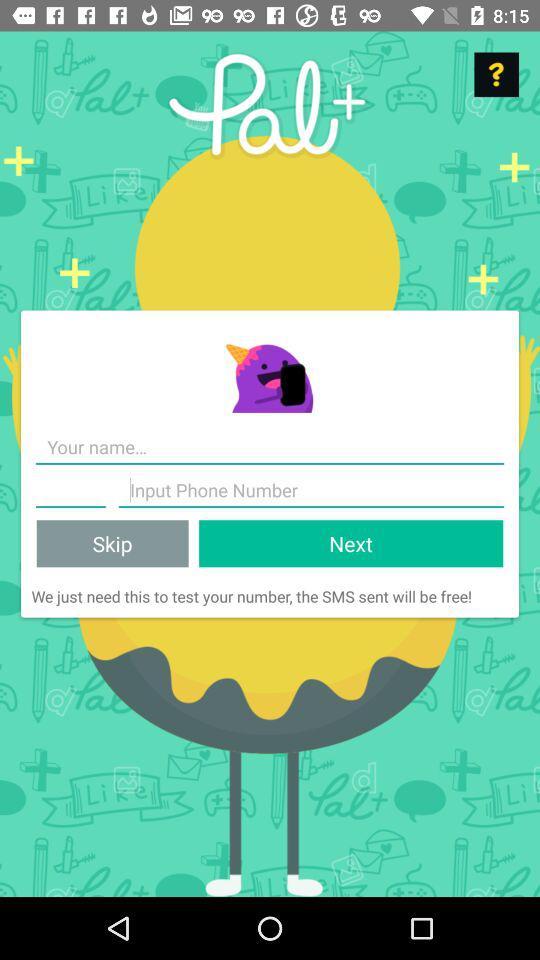 This screenshot has height=960, width=540. I want to click on learn more, so click(495, 74).